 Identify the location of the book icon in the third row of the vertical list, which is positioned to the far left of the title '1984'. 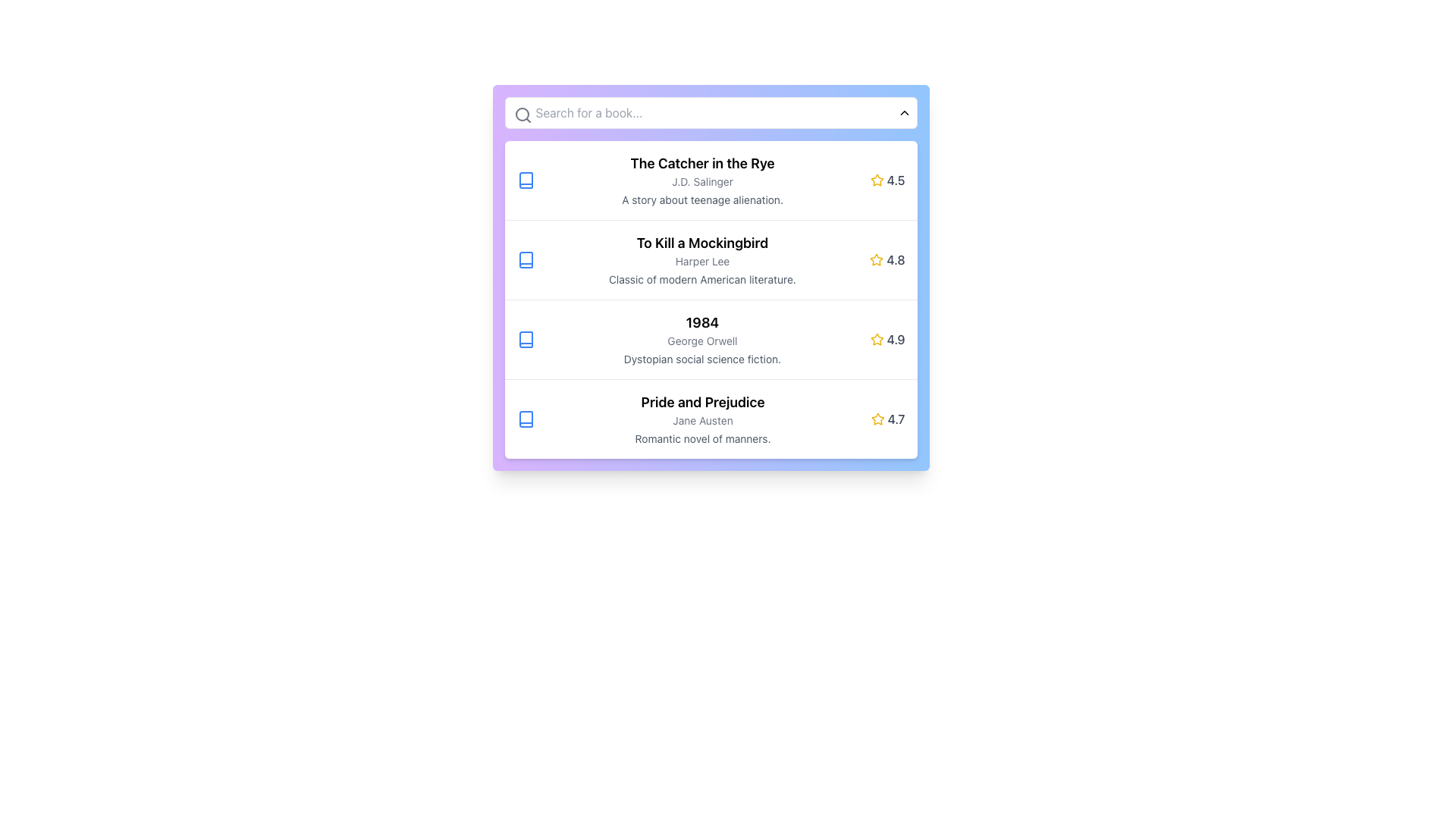
(526, 338).